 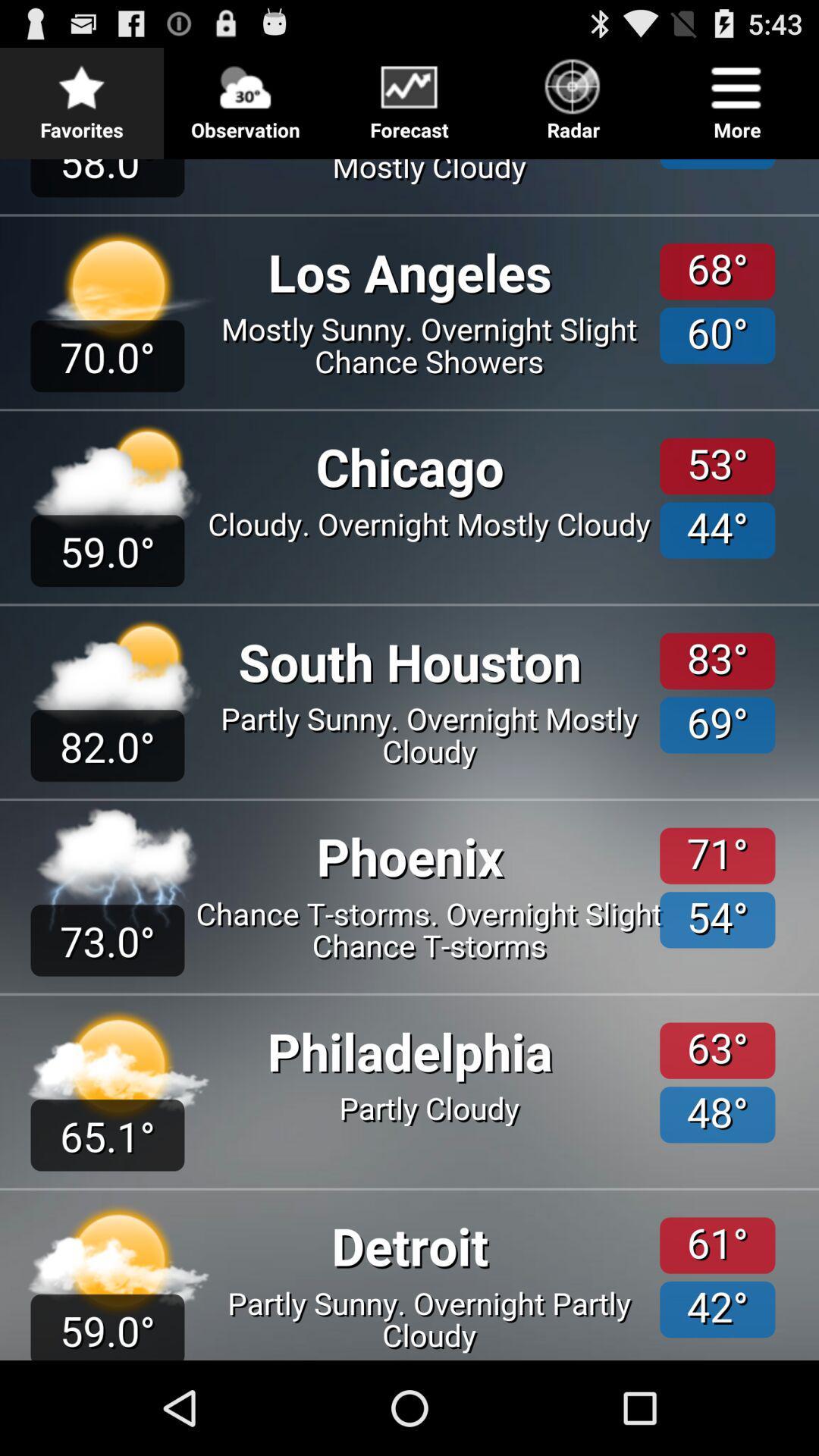 What do you see at coordinates (409, 94) in the screenshot?
I see `icon next to observation button` at bounding box center [409, 94].